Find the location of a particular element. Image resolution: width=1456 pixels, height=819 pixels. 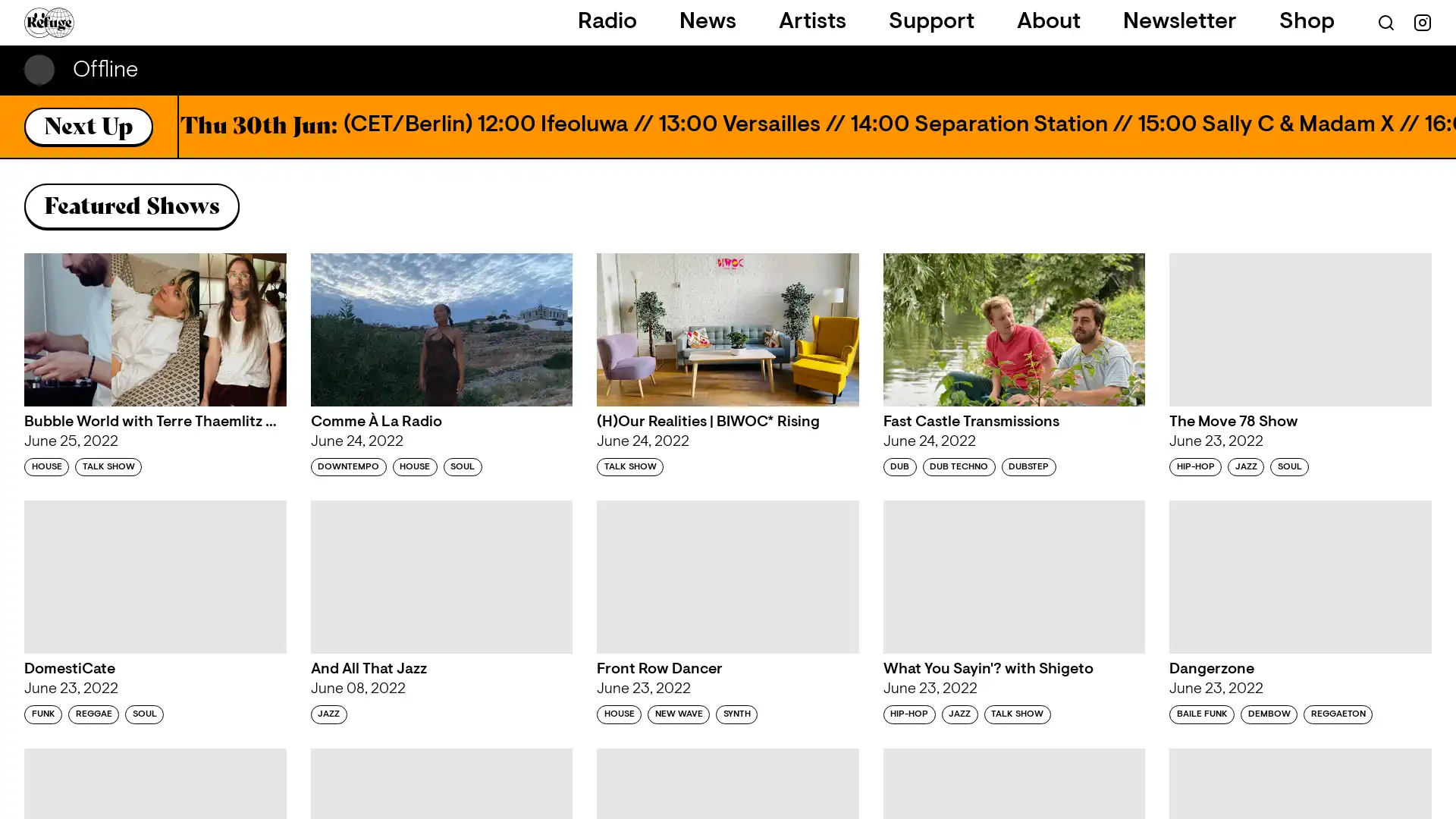

Front Row Dancer is located at coordinates (726, 576).